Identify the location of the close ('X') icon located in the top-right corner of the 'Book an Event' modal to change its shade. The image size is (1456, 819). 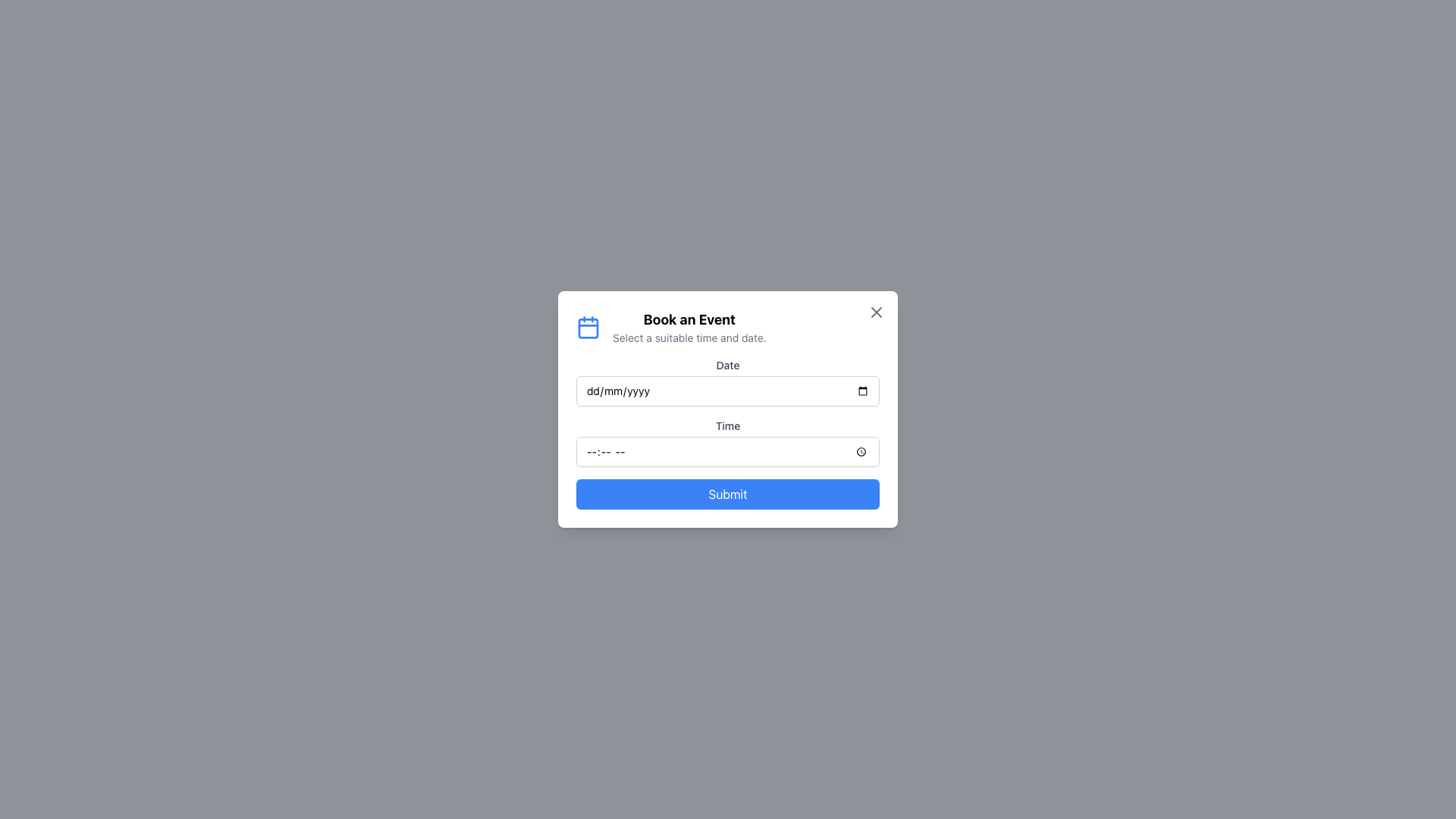
(877, 312).